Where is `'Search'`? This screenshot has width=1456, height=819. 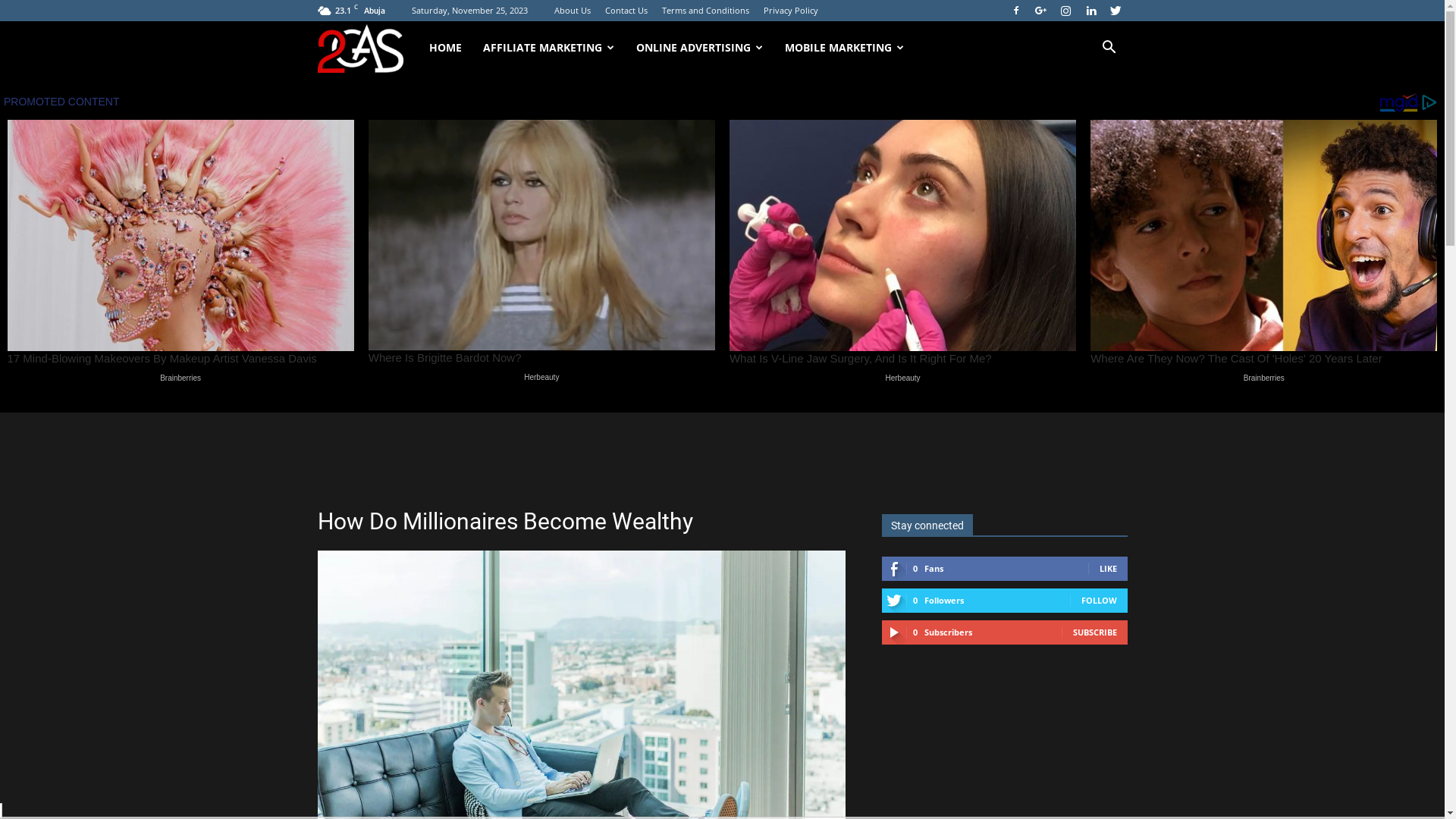 'Search' is located at coordinates (1083, 116).